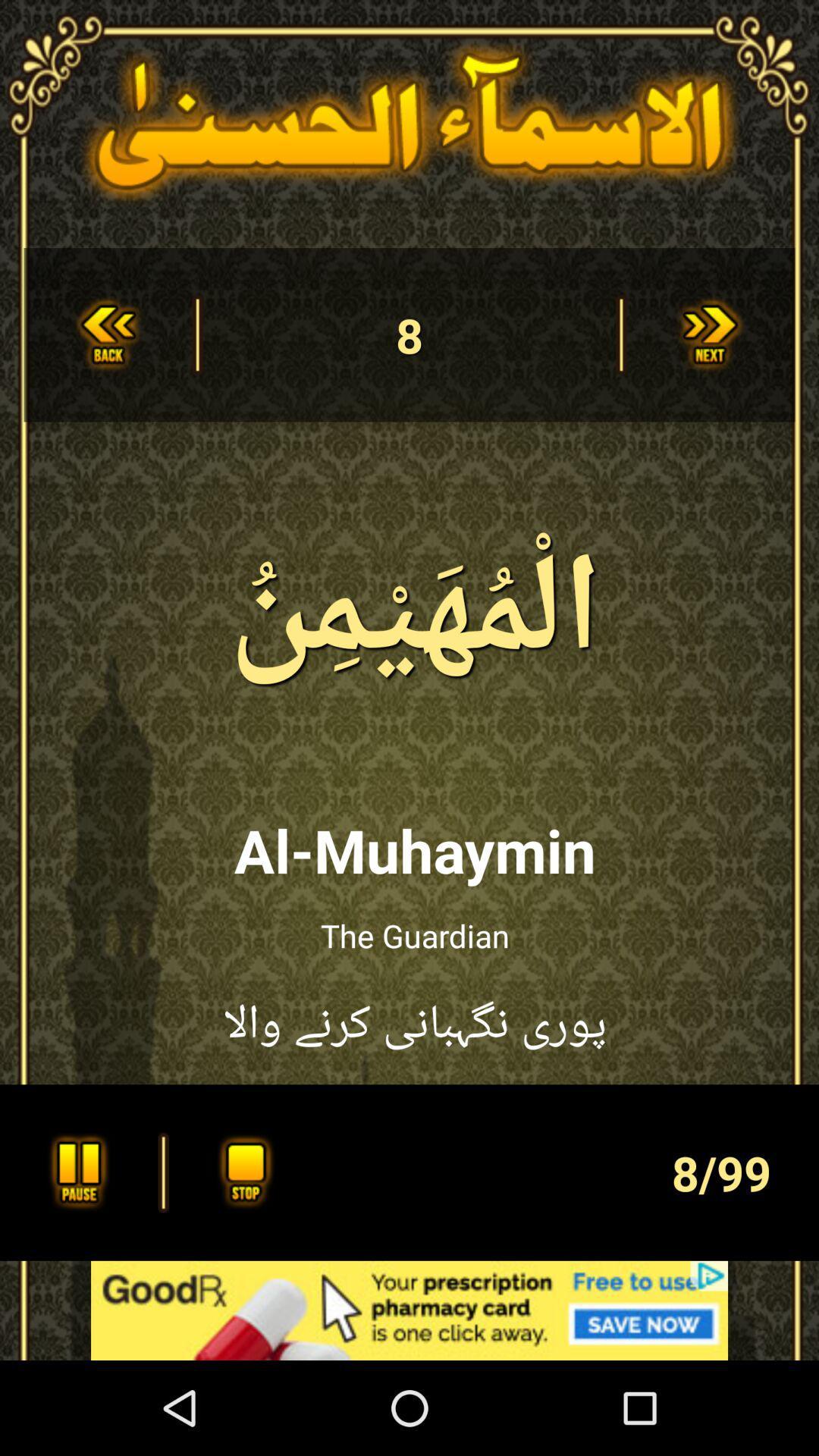 The width and height of the screenshot is (819, 1456). What do you see at coordinates (107, 334) in the screenshot?
I see `previous` at bounding box center [107, 334].